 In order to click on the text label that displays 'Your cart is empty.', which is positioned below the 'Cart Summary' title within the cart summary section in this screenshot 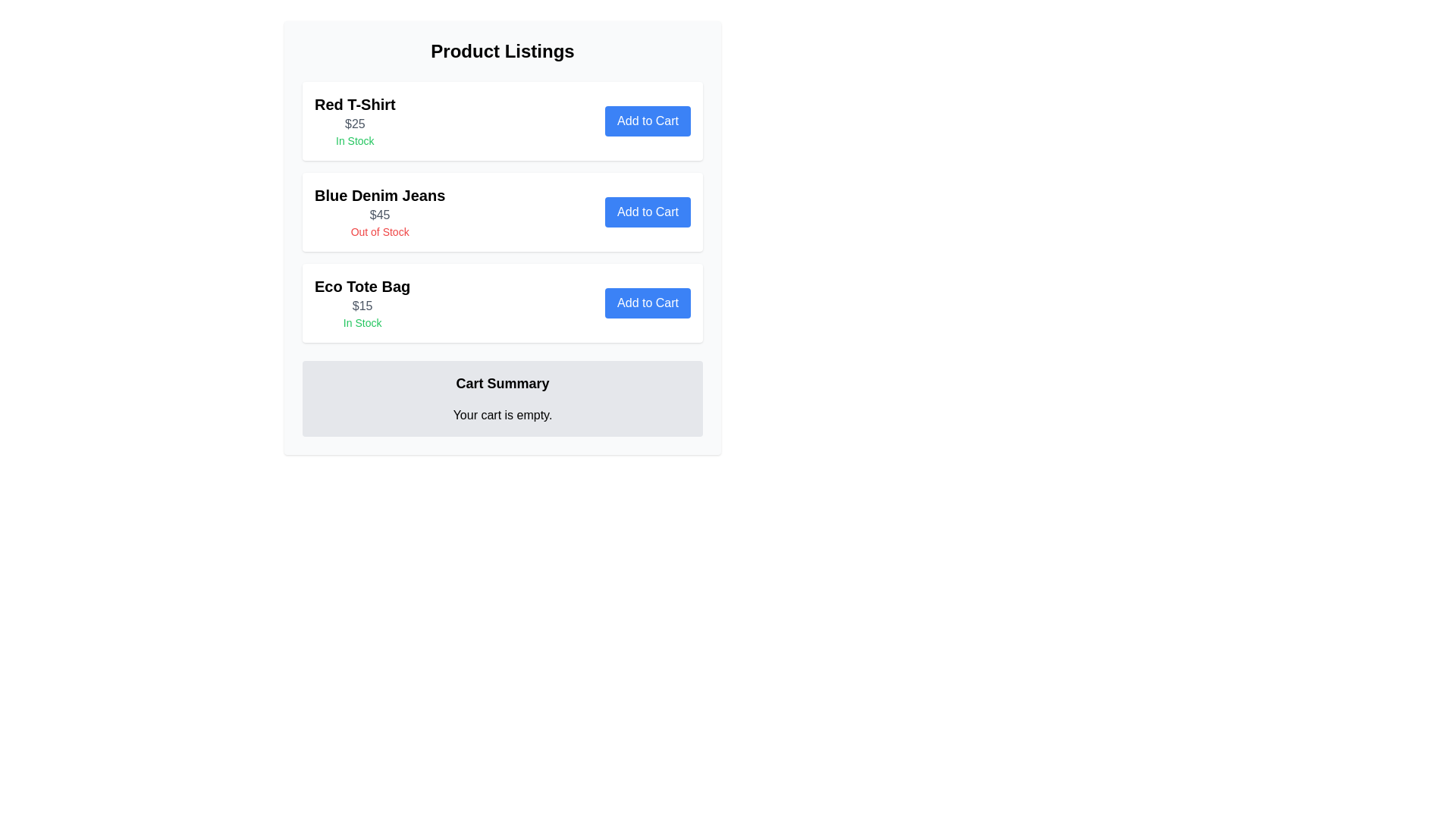, I will do `click(502, 415)`.